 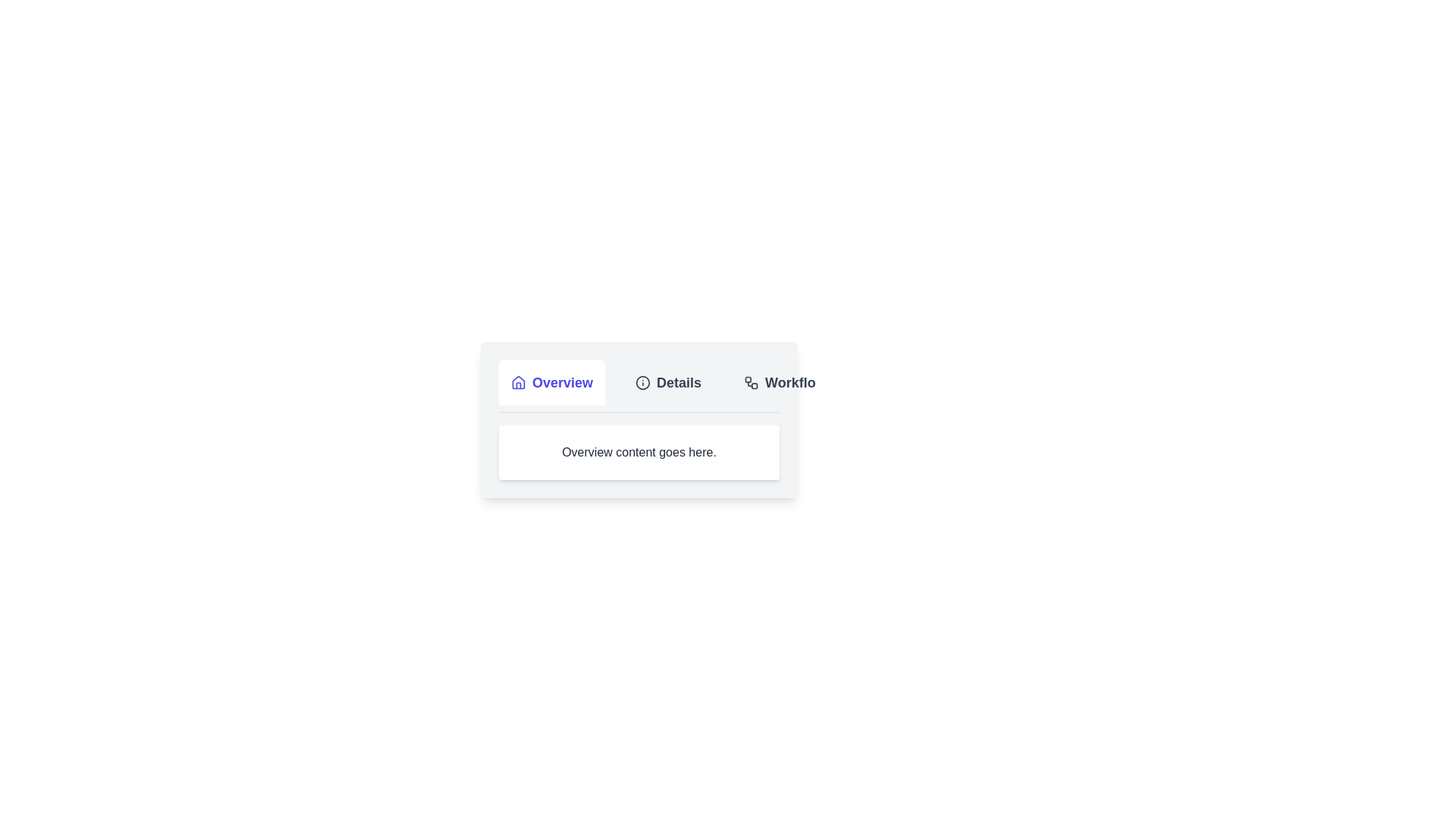 What do you see at coordinates (643, 382) in the screenshot?
I see `the SVG circle component next to the 'Details' label in the navigation bar, which has a visible border and transparent fill` at bounding box center [643, 382].